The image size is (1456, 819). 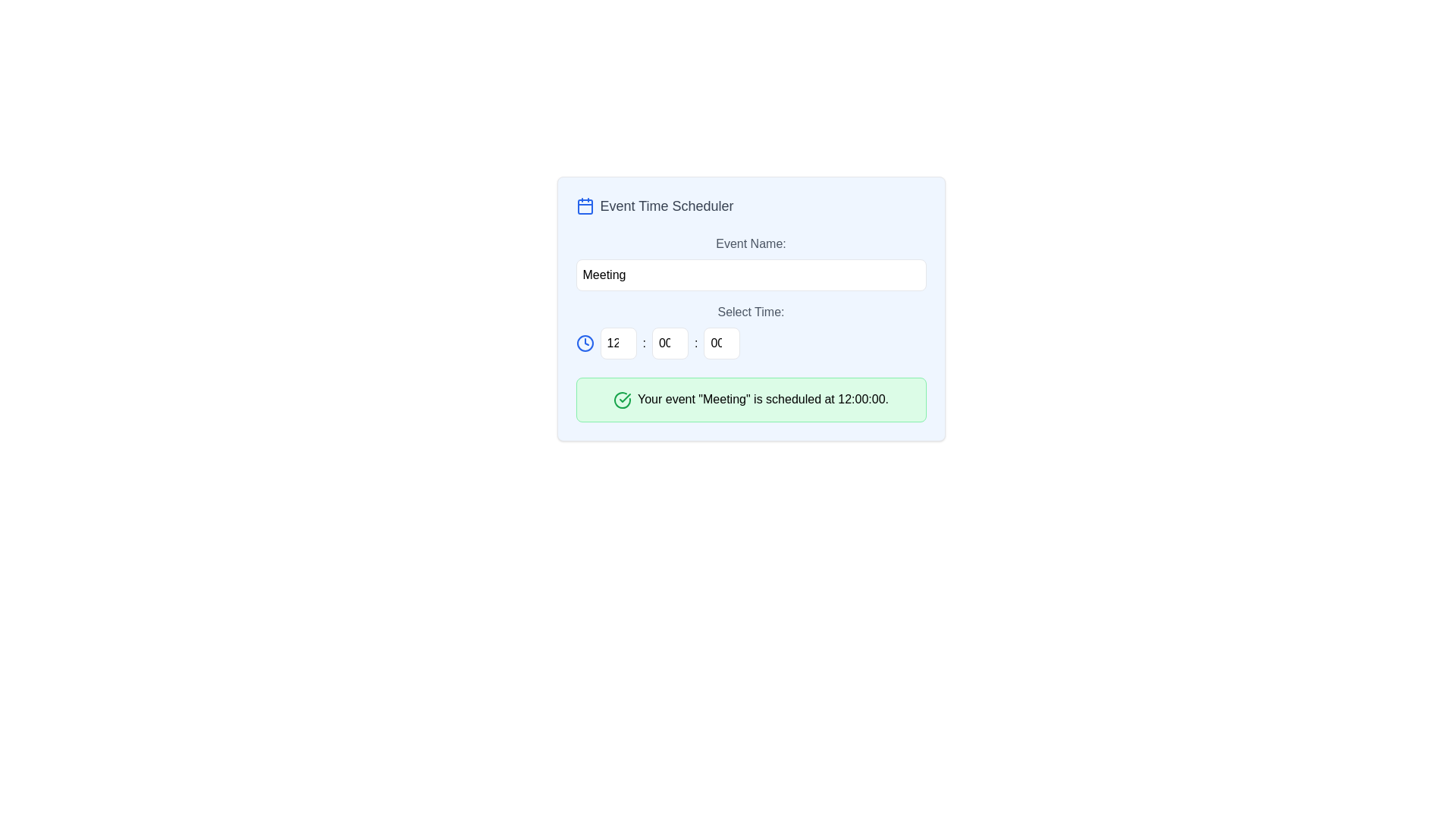 I want to click on the third colon separator in the 'Select Time' section, which visually divides the hour, minute, and second input fields, so click(x=695, y=343).